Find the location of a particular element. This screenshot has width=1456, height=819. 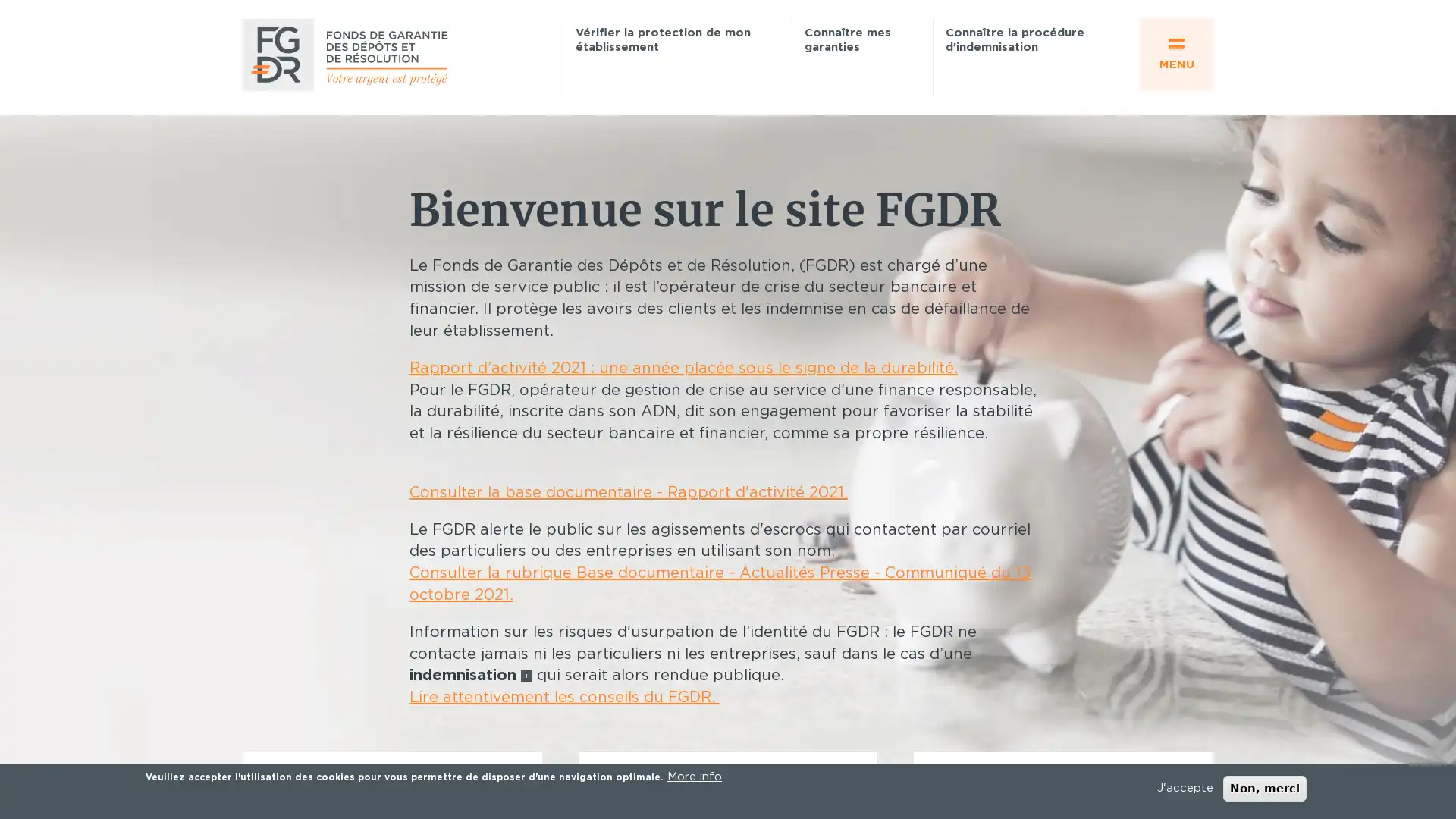

Lister les actions supplementaires is located at coordinates (1200, 356).